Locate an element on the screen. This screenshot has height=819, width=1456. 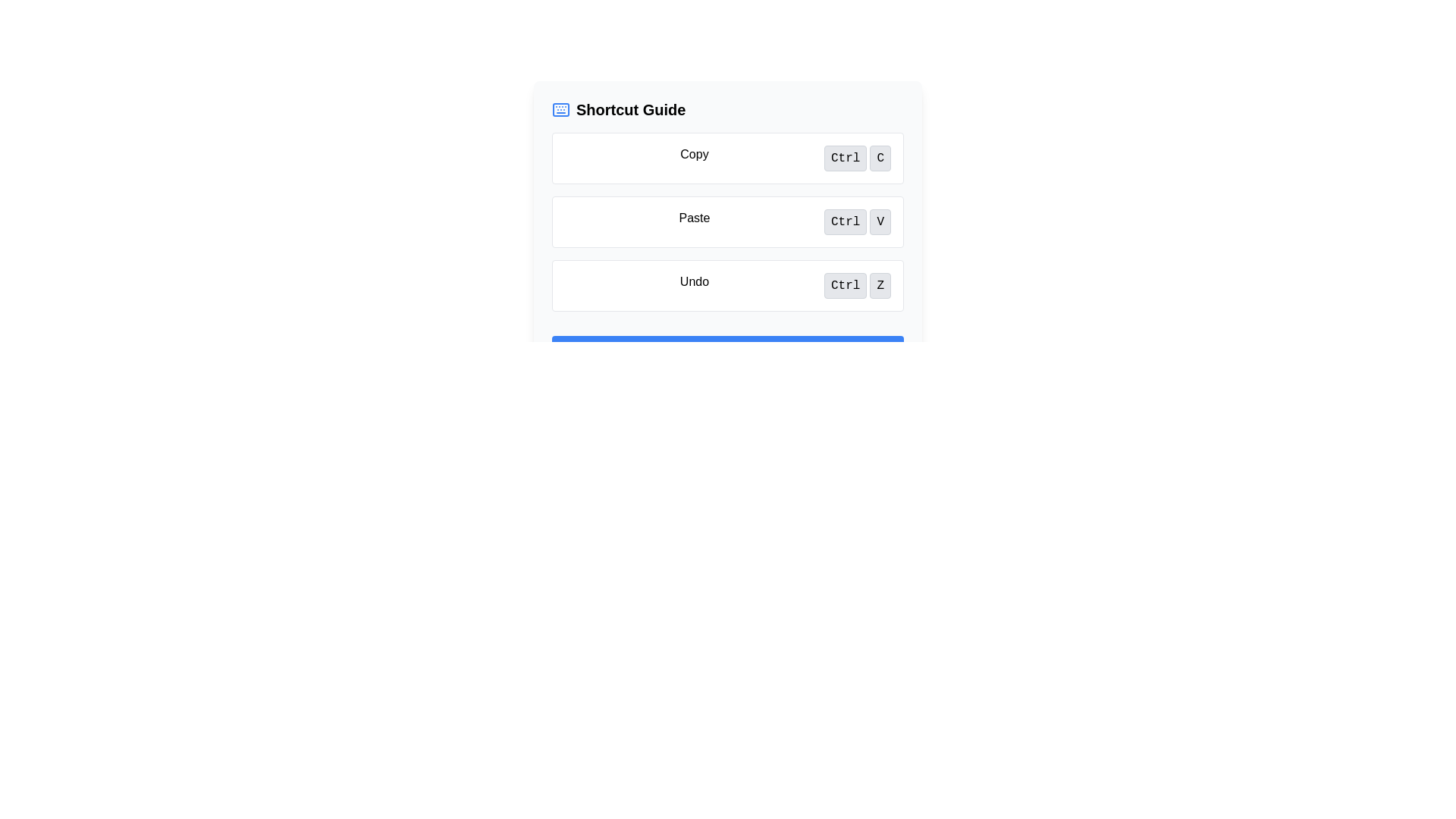
displayed keyboard shortcut 'Ctrl Z' which is shown in a light gray background with rounded corners, located beneath 'Copy' and 'Paste' and right-aligned in its row is located at coordinates (858, 286).